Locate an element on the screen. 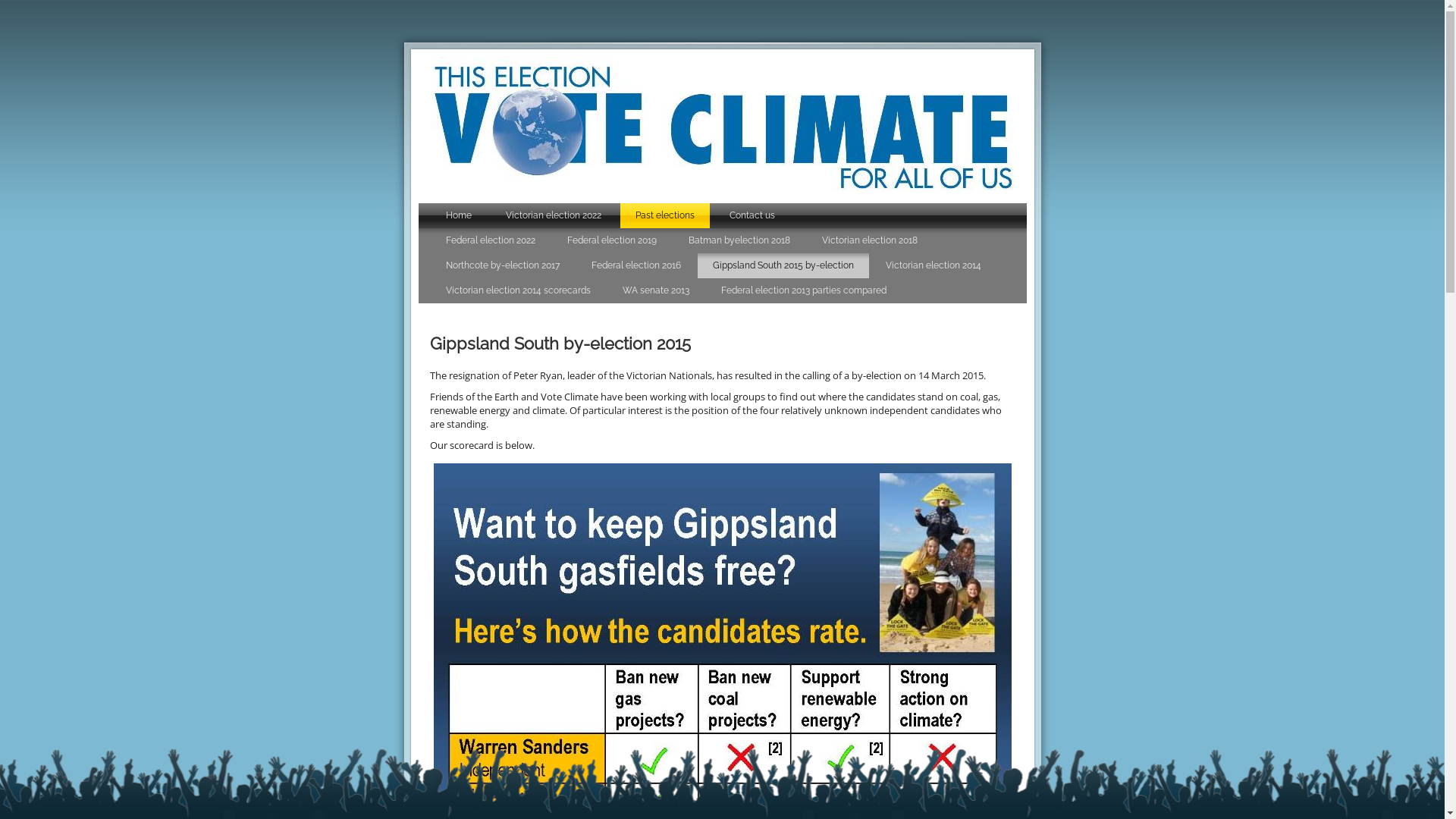 Image resolution: width=1456 pixels, height=819 pixels. 'Federal election 2016' is located at coordinates (636, 265).